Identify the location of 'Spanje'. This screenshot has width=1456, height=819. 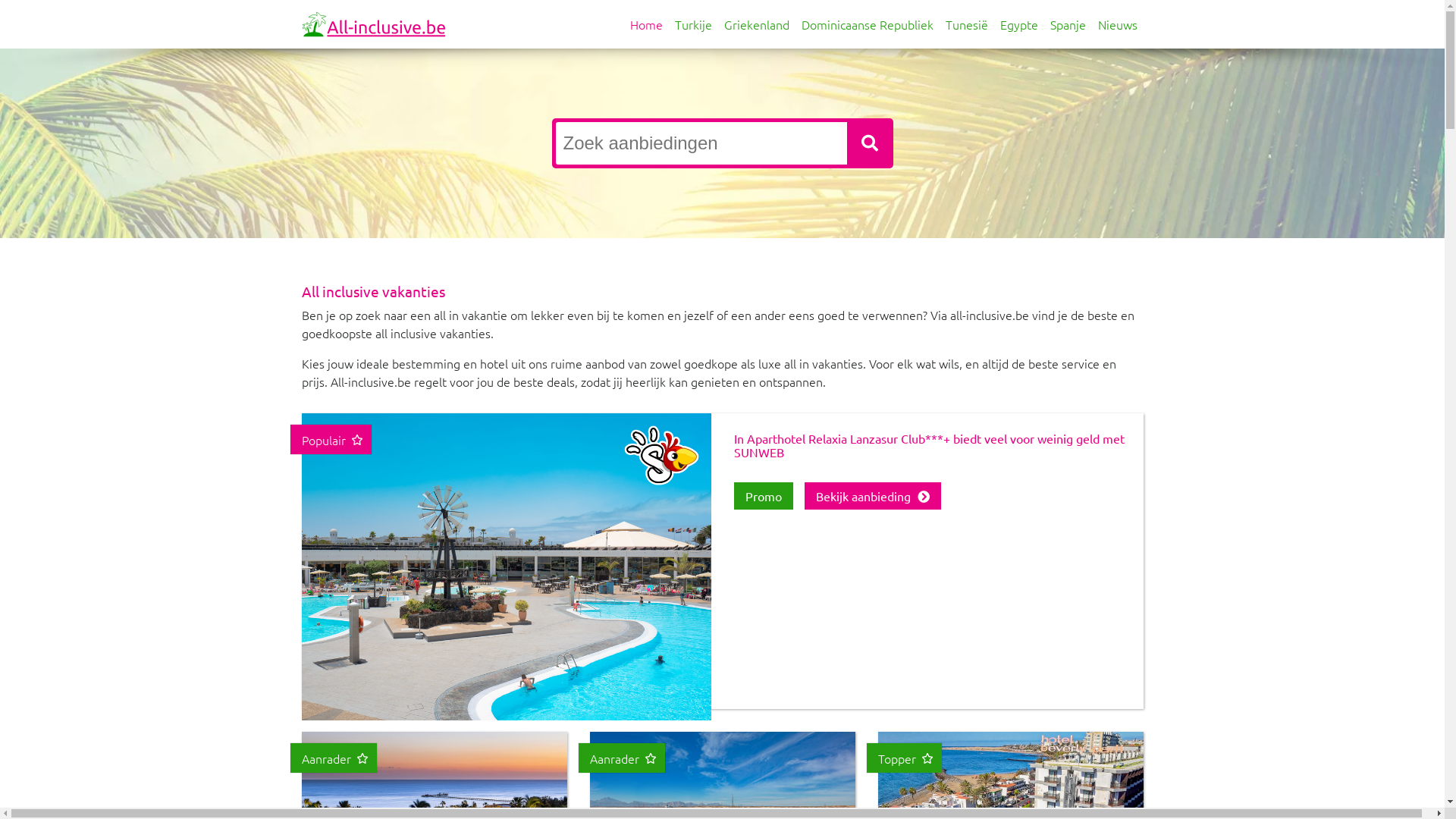
(1066, 24).